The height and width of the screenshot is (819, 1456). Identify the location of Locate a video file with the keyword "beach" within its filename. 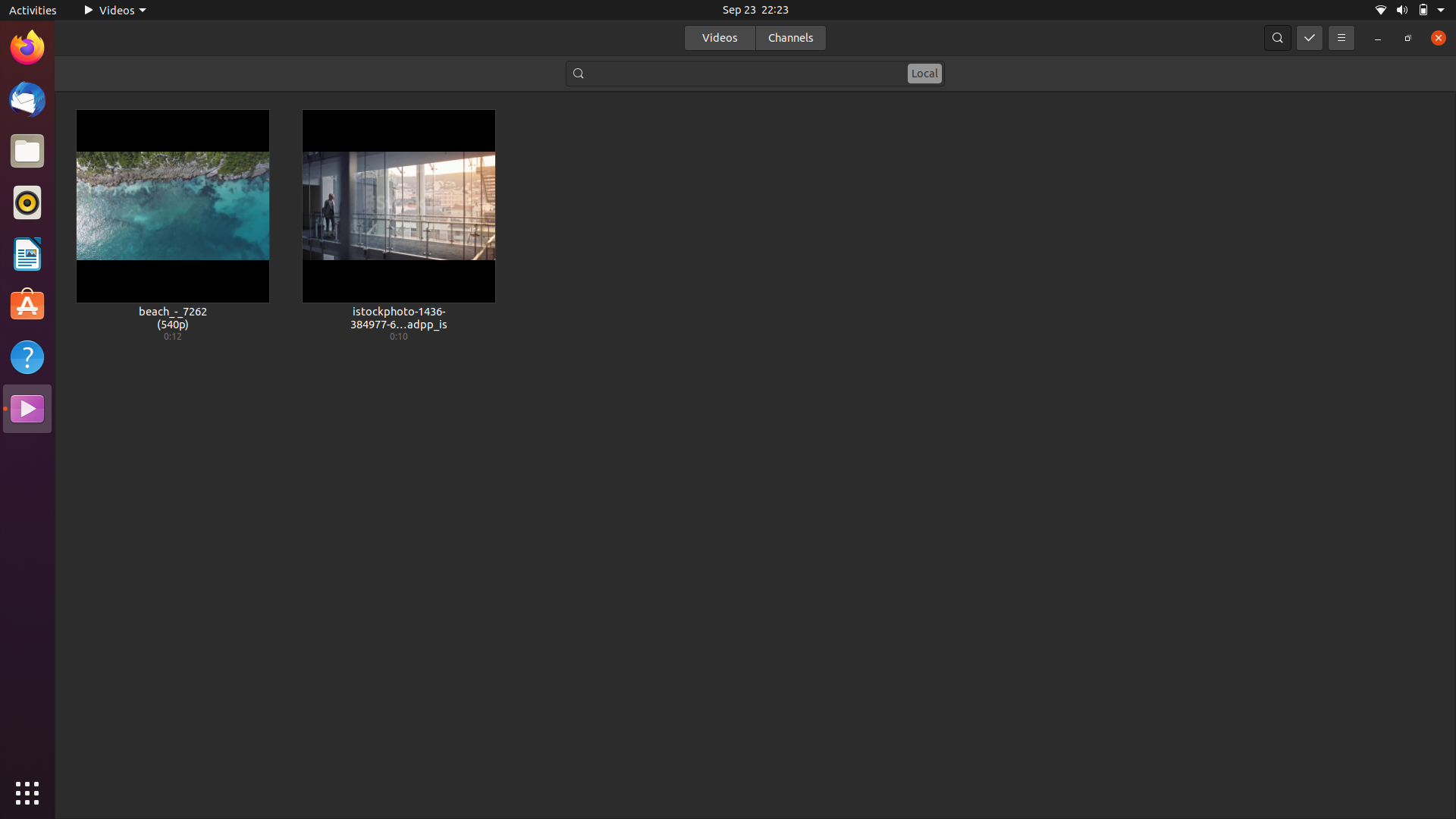
(755, 72).